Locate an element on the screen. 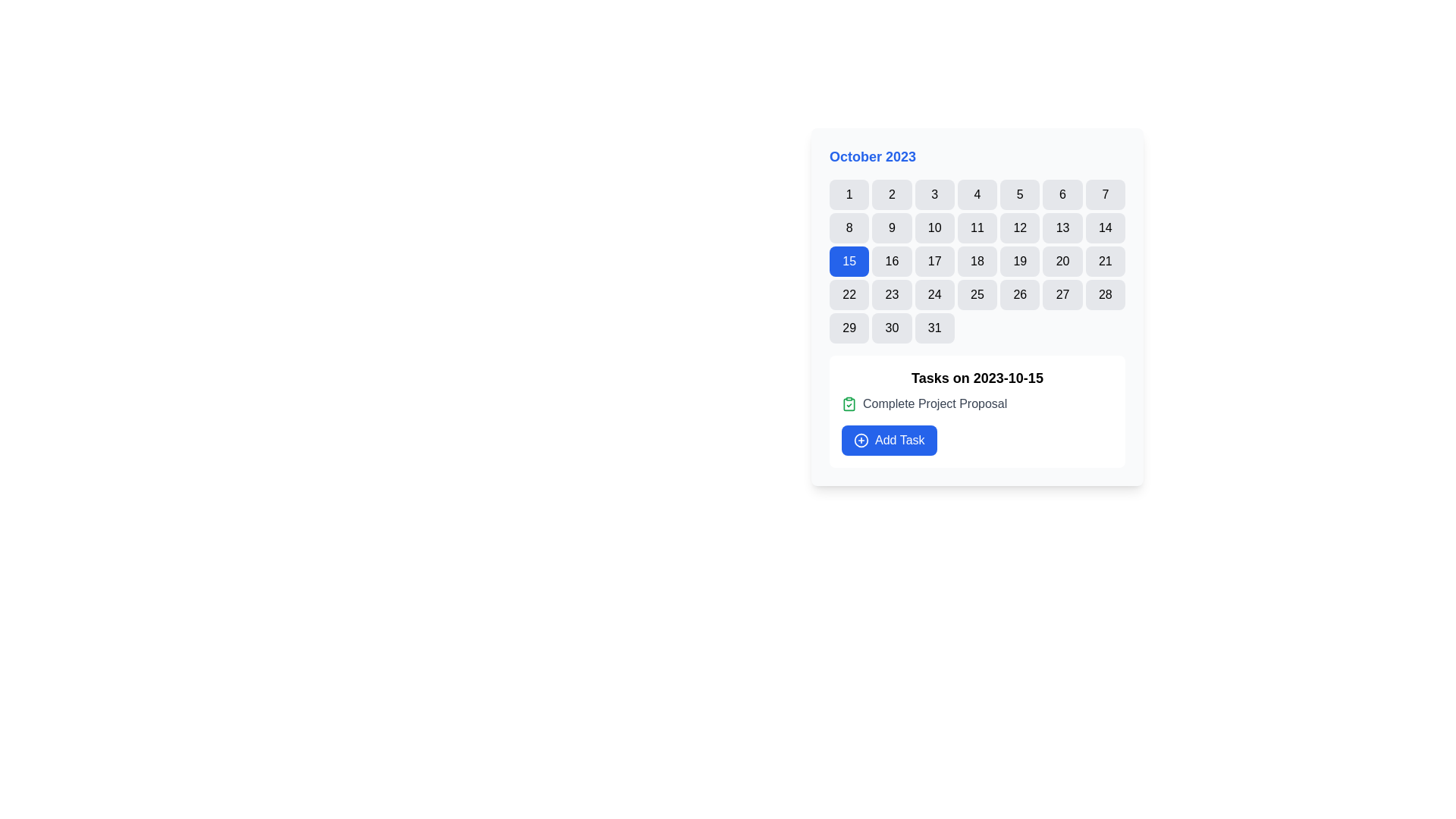 The width and height of the screenshot is (1456, 819). the button representing the 26th day in the calendar to change its background color is located at coordinates (1020, 295).